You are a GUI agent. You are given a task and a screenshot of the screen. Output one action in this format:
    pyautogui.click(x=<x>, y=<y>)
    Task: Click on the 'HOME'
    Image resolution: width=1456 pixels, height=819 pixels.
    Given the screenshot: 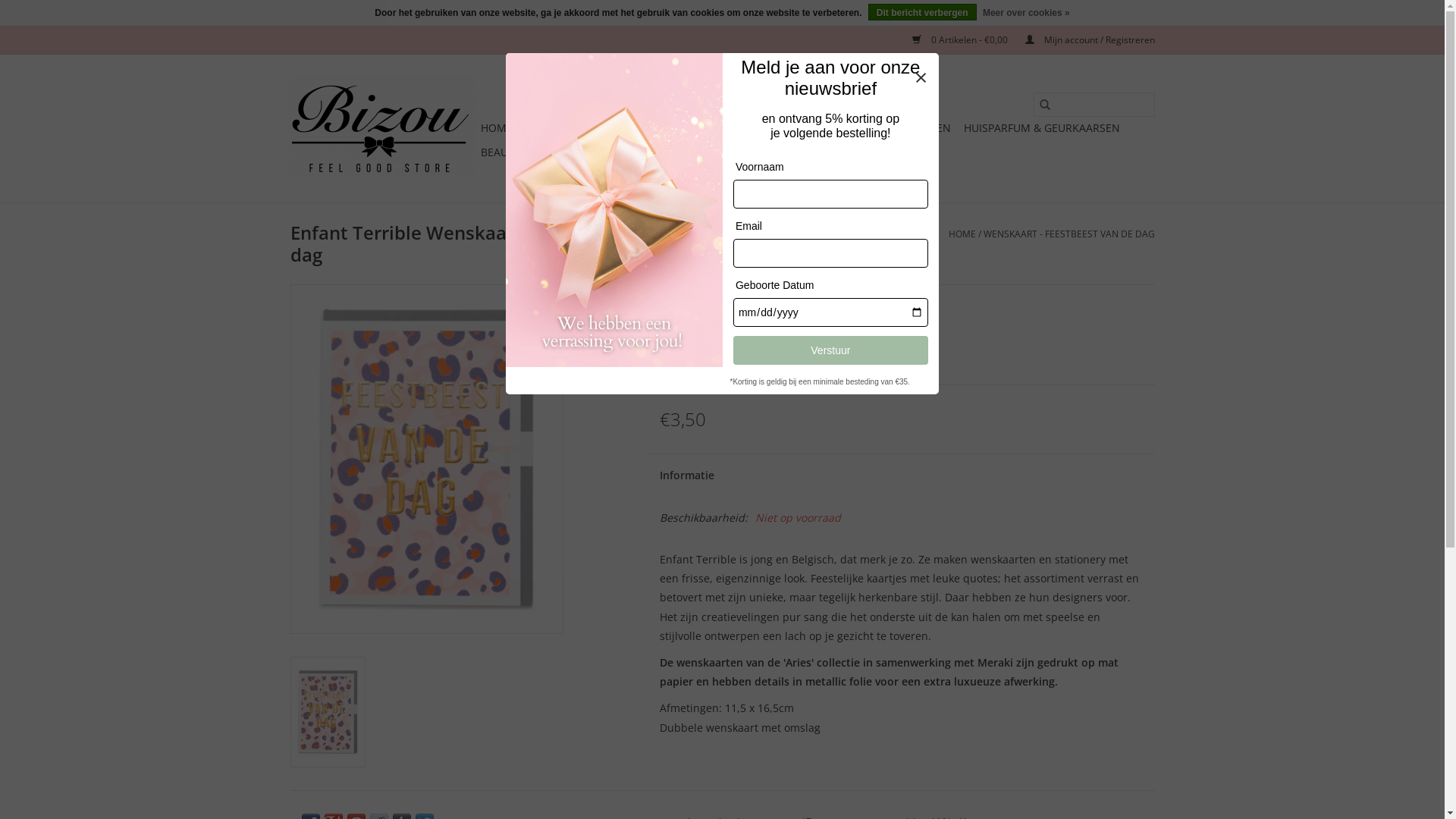 What is the action you would take?
    pyautogui.click(x=496, y=127)
    